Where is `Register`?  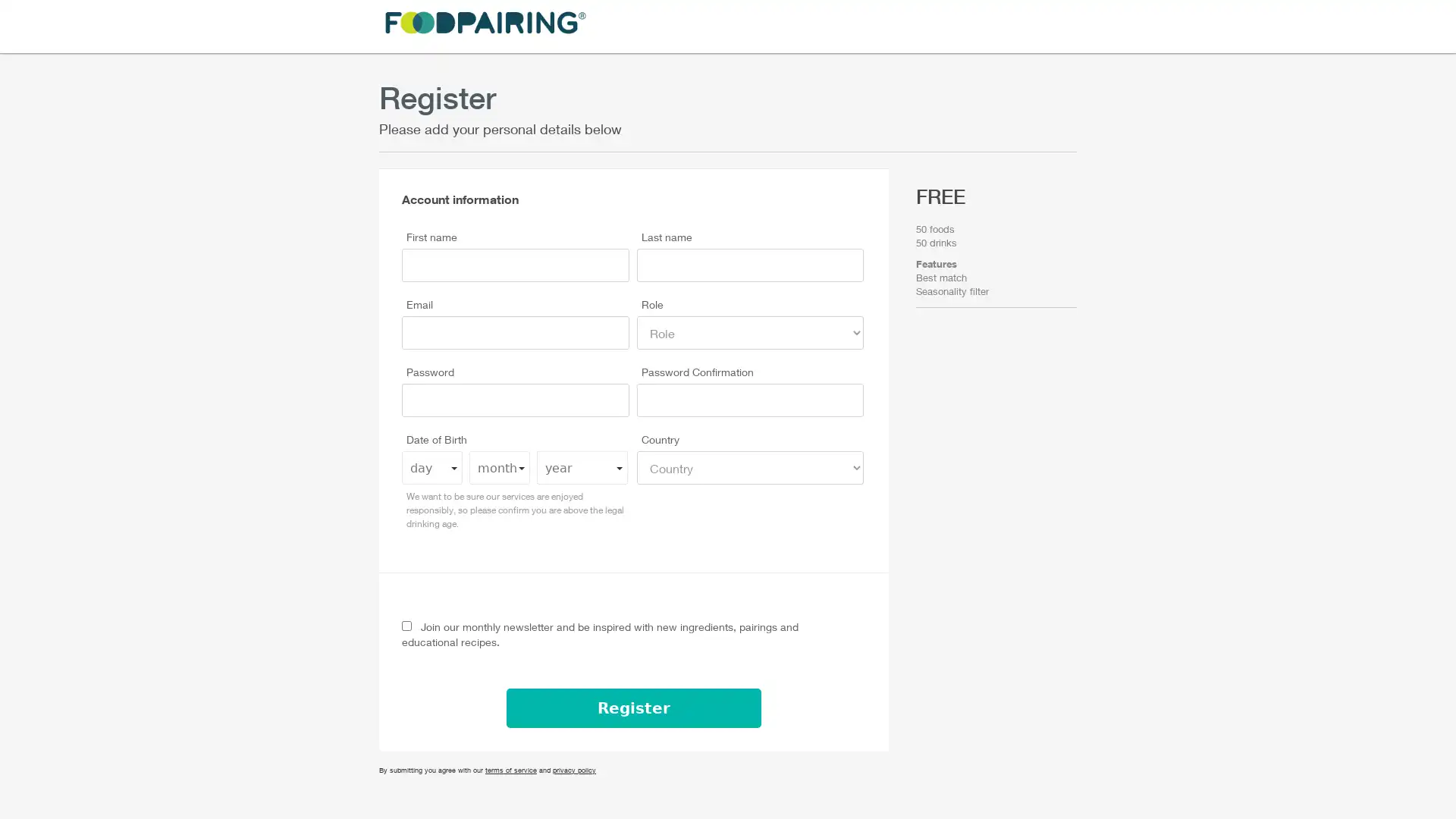 Register is located at coordinates (633, 708).